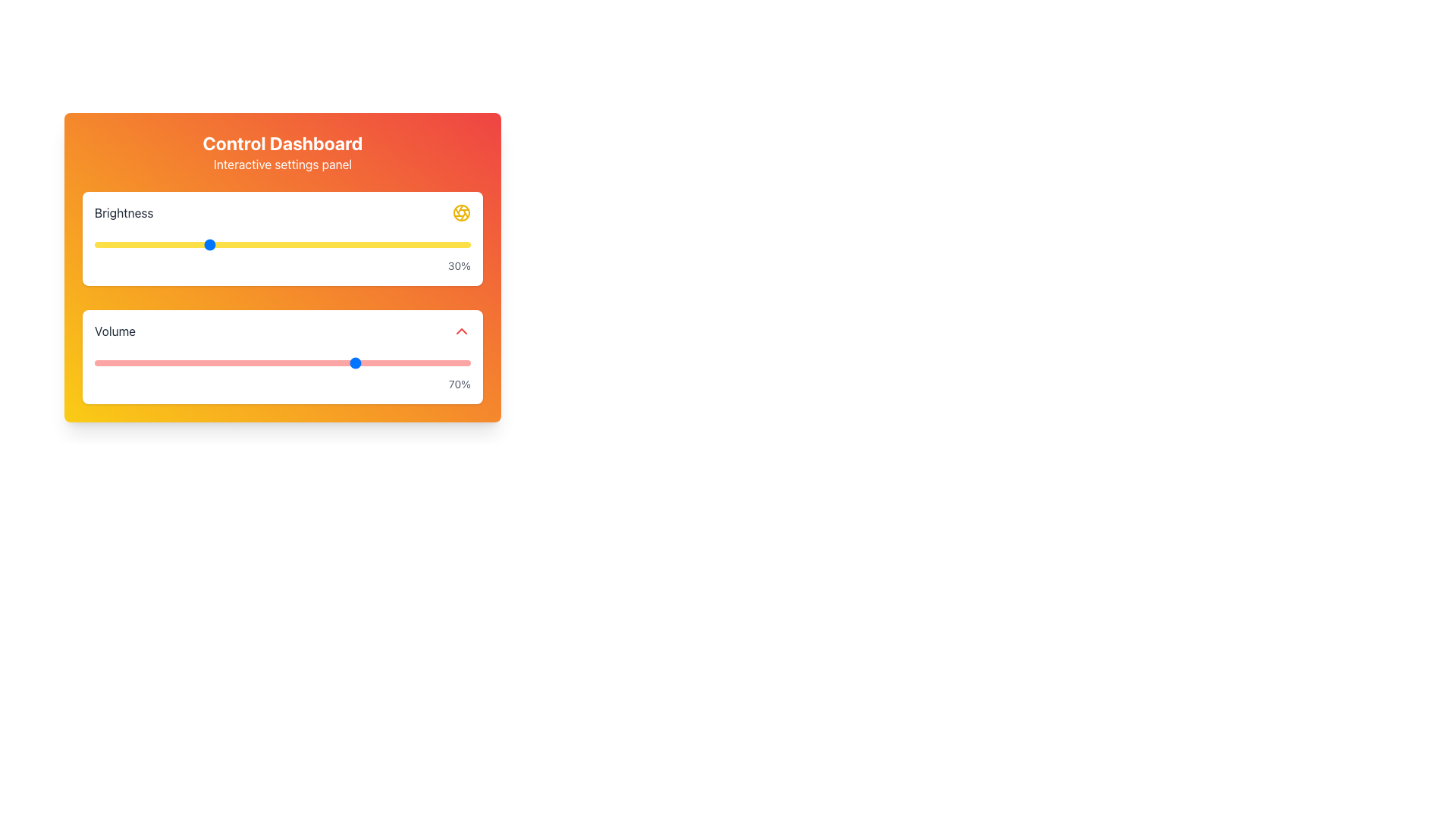 This screenshot has height=819, width=1456. Describe the element at coordinates (293, 362) in the screenshot. I see `the volume slider` at that location.